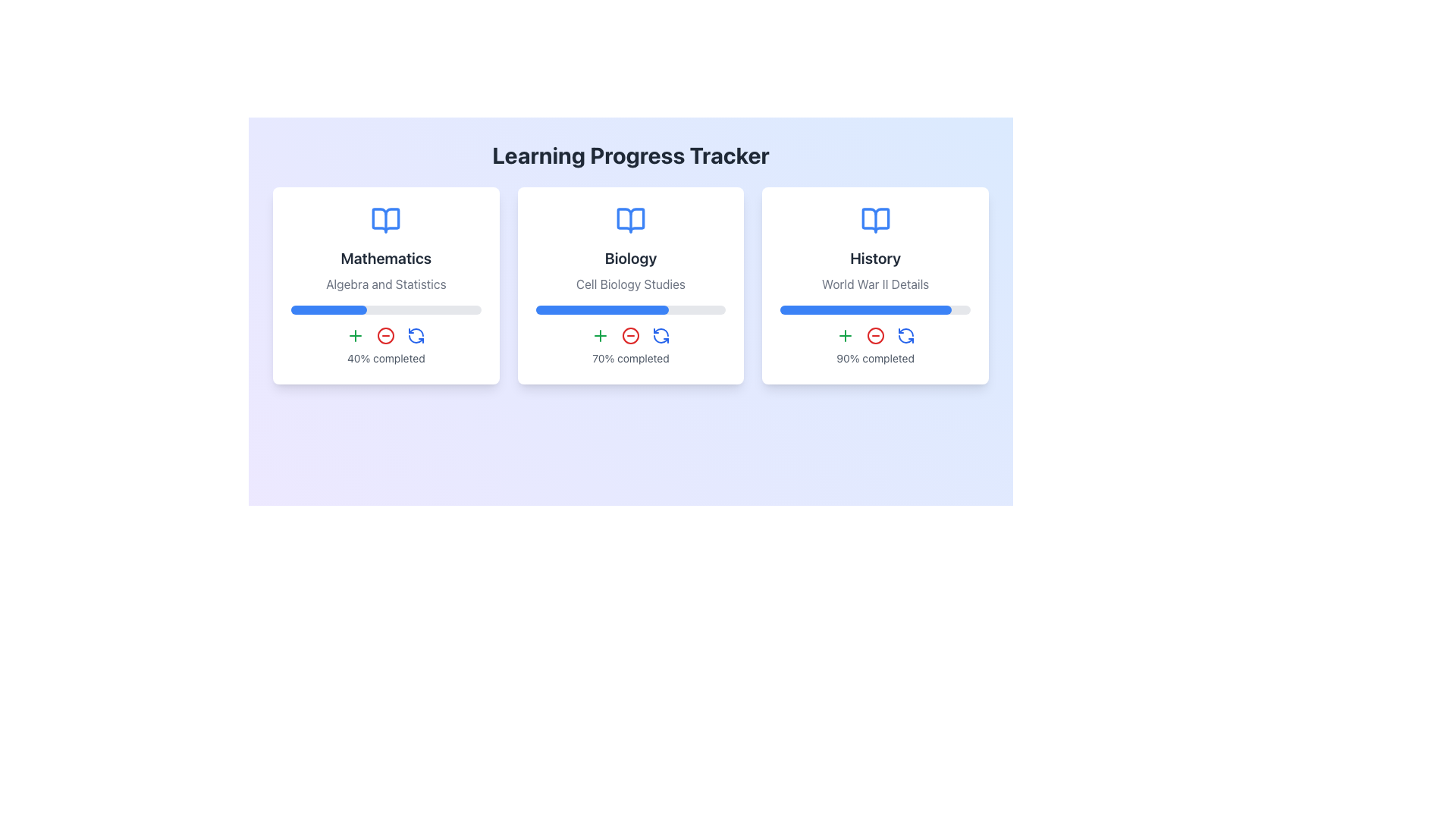 The width and height of the screenshot is (1456, 819). What do you see at coordinates (875, 220) in the screenshot?
I see `the body of the open book icon located in the 'History' card under the 'Learning Progress Tracker' section` at bounding box center [875, 220].